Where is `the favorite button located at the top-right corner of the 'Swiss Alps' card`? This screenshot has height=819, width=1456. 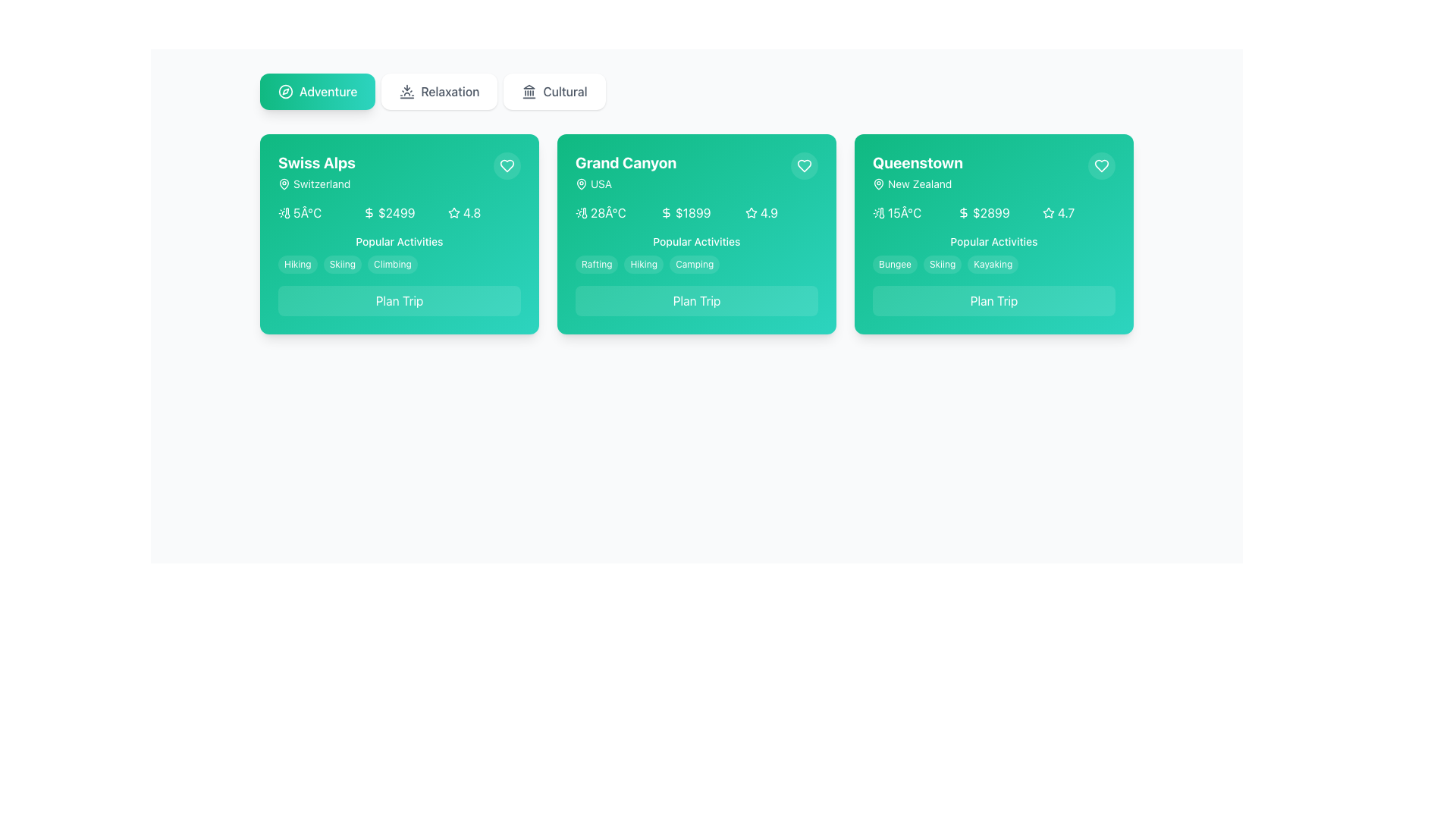 the favorite button located at the top-right corner of the 'Swiss Alps' card is located at coordinates (507, 166).